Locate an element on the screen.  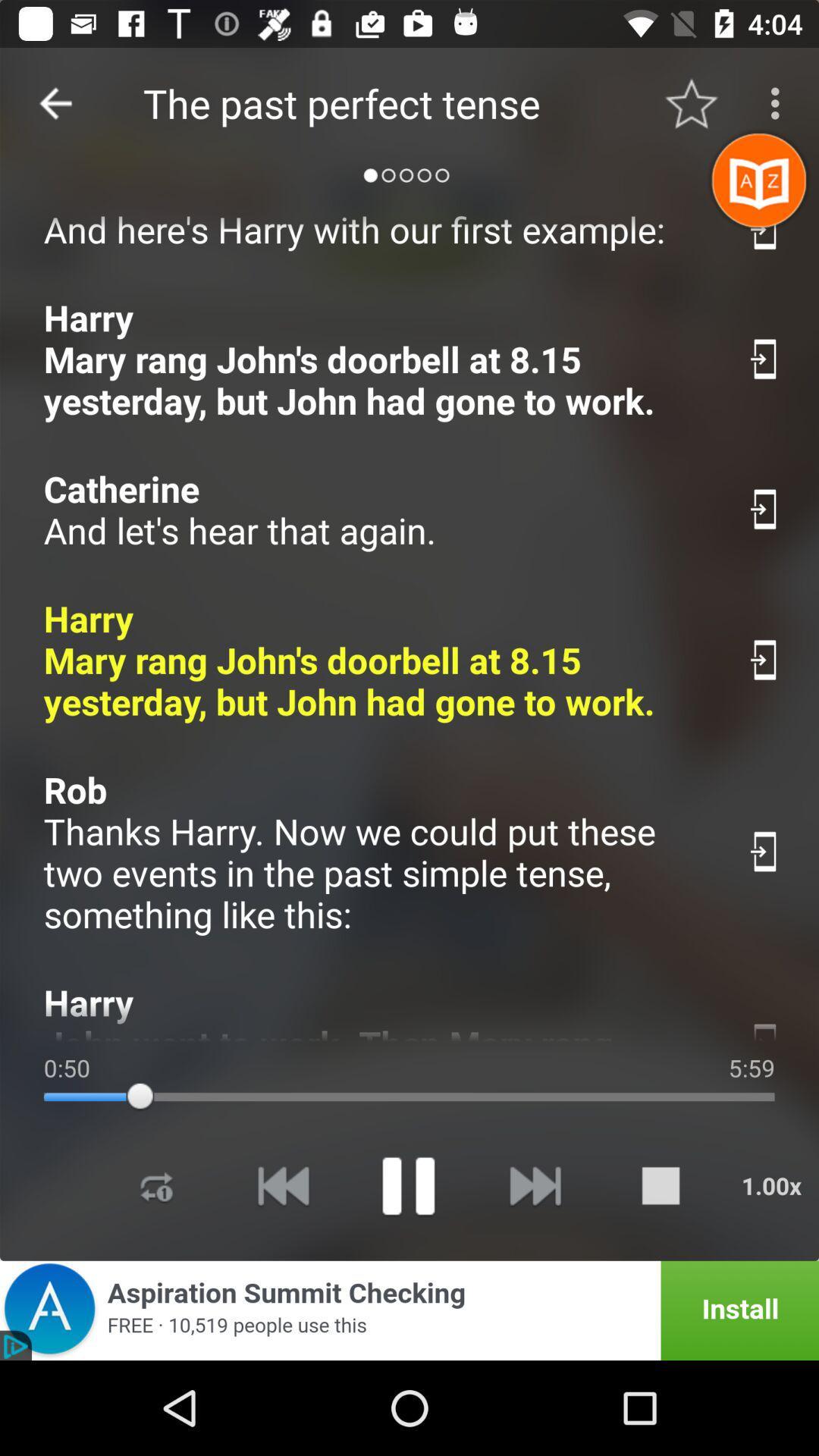
send to phone is located at coordinates (765, 852).